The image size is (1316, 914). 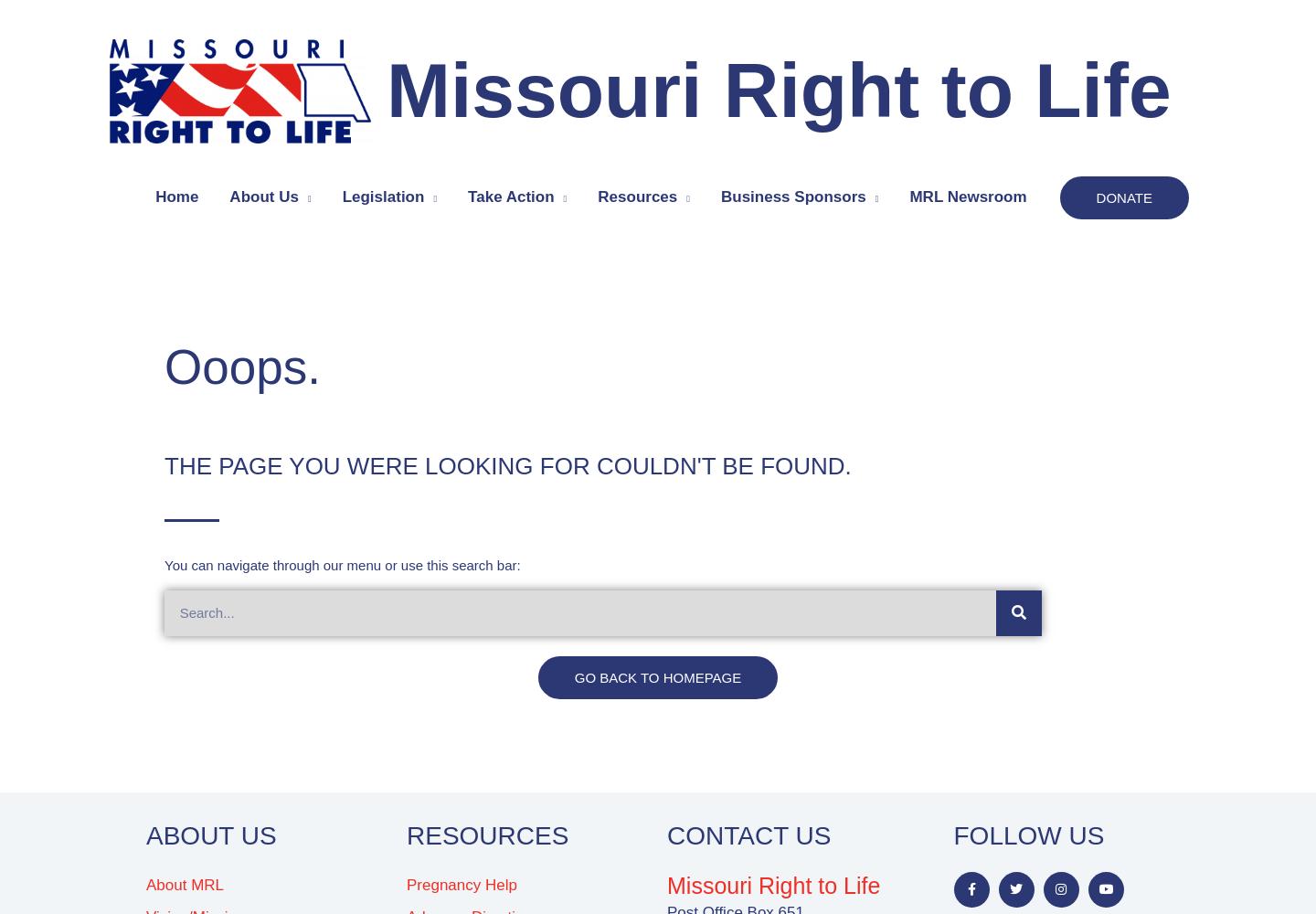 I want to click on 'About MRL', so click(x=144, y=883).